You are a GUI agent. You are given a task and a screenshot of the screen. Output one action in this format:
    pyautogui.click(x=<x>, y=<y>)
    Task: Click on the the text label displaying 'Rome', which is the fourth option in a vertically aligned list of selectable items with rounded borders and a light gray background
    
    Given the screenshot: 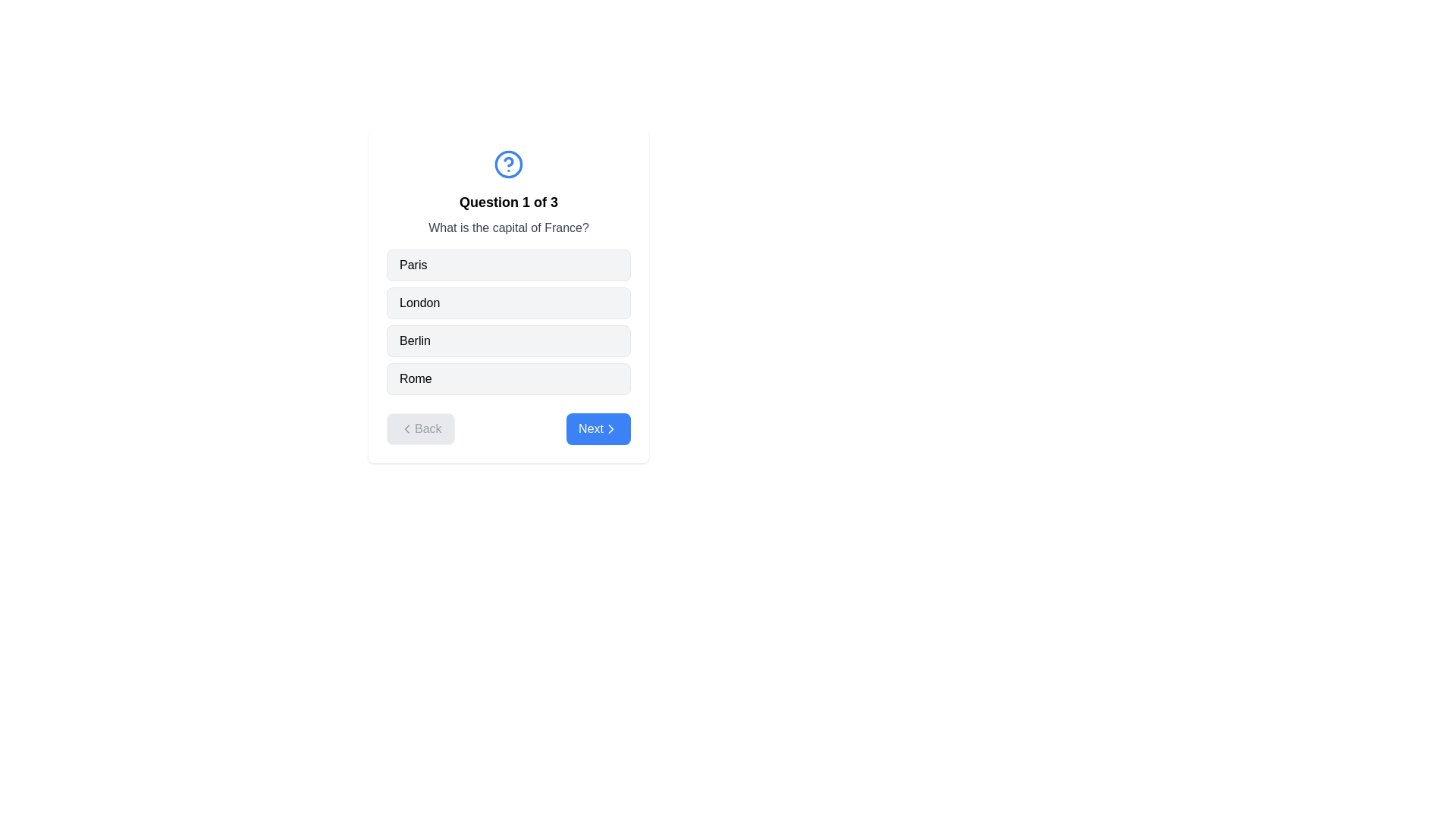 What is the action you would take?
    pyautogui.click(x=416, y=378)
    